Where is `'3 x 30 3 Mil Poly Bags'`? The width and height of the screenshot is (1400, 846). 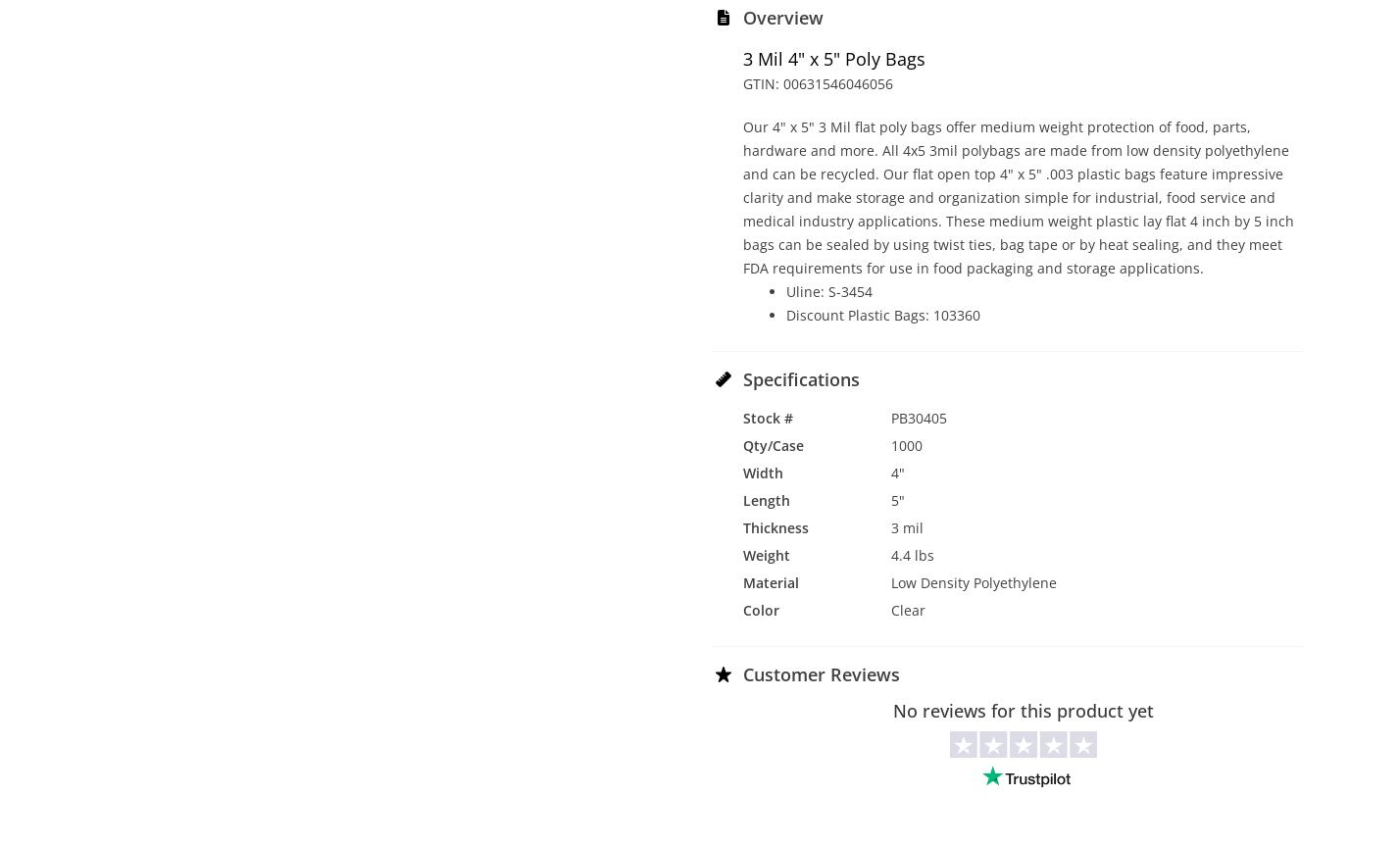 '3 x 30 3 Mil Poly Bags' is located at coordinates (203, 300).